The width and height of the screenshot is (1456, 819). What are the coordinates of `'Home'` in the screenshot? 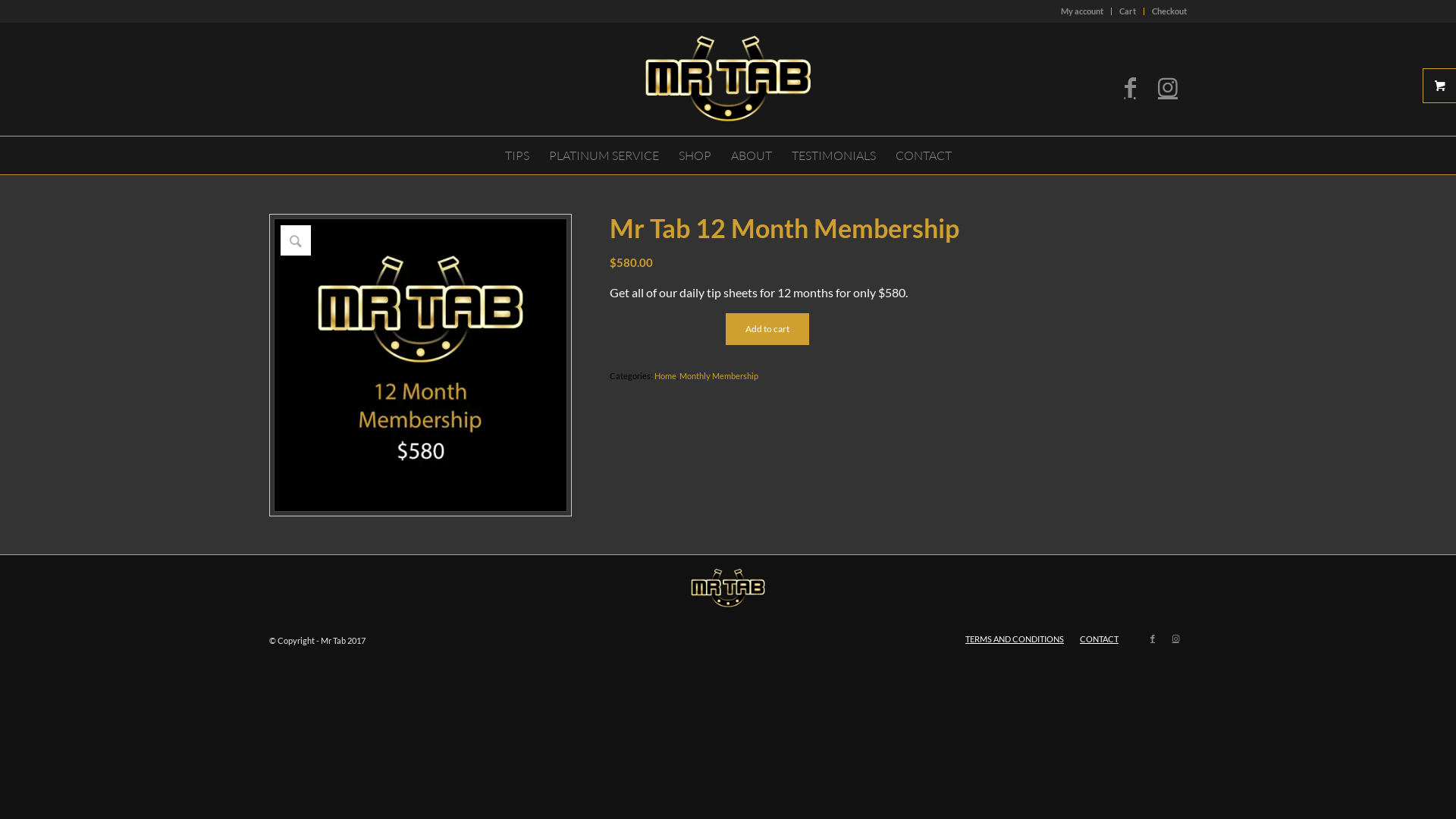 It's located at (665, 375).